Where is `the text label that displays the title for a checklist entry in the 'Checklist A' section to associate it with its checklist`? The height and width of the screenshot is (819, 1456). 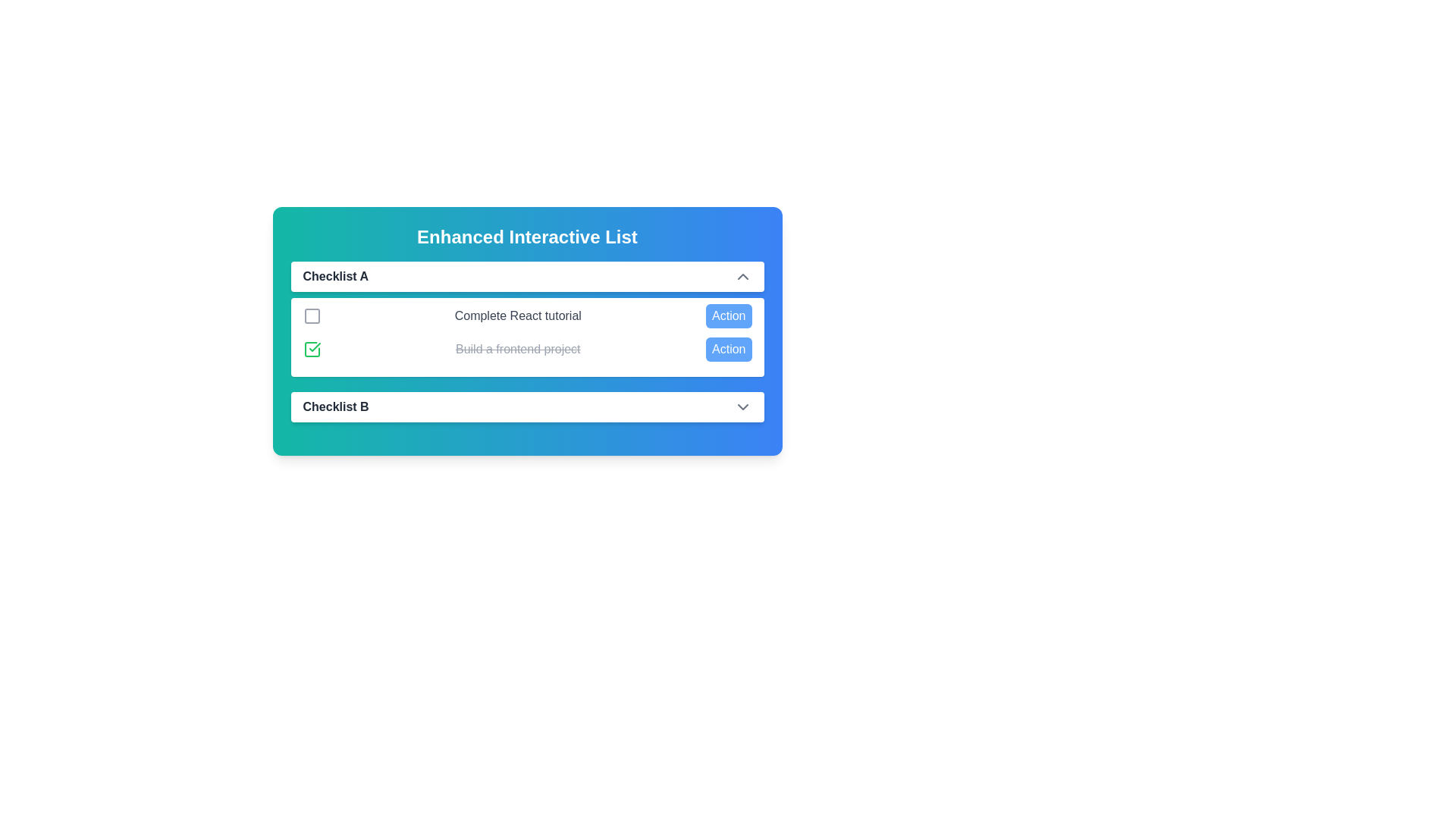 the text label that displays the title for a checklist entry in the 'Checklist A' section to associate it with its checklist is located at coordinates (335, 406).